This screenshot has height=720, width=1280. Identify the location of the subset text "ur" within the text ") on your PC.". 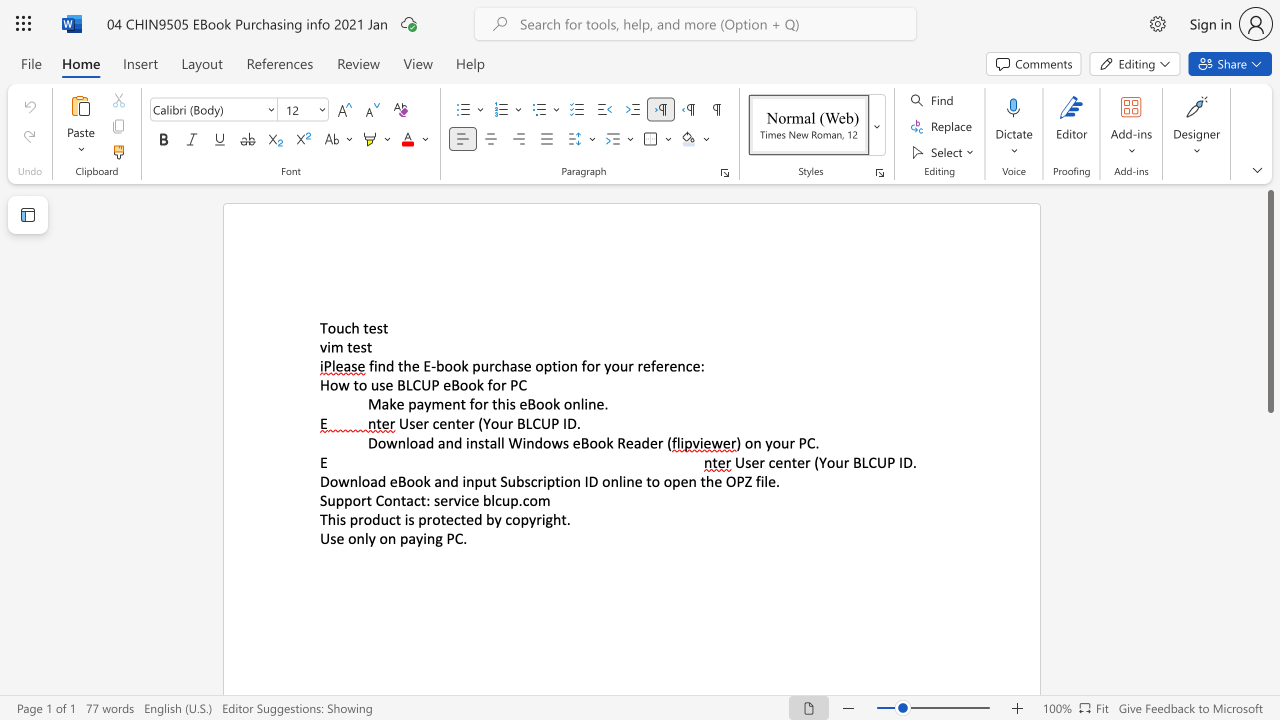
(780, 442).